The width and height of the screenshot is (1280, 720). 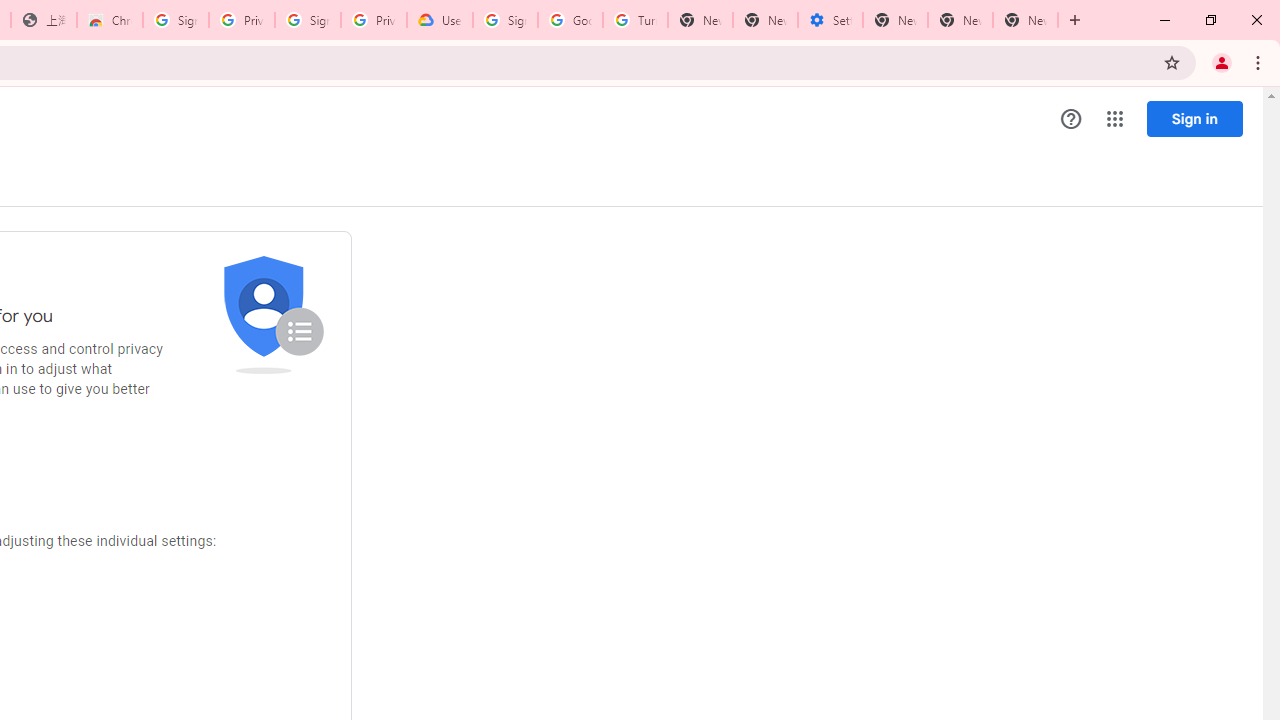 I want to click on 'Help', so click(x=1070, y=119).